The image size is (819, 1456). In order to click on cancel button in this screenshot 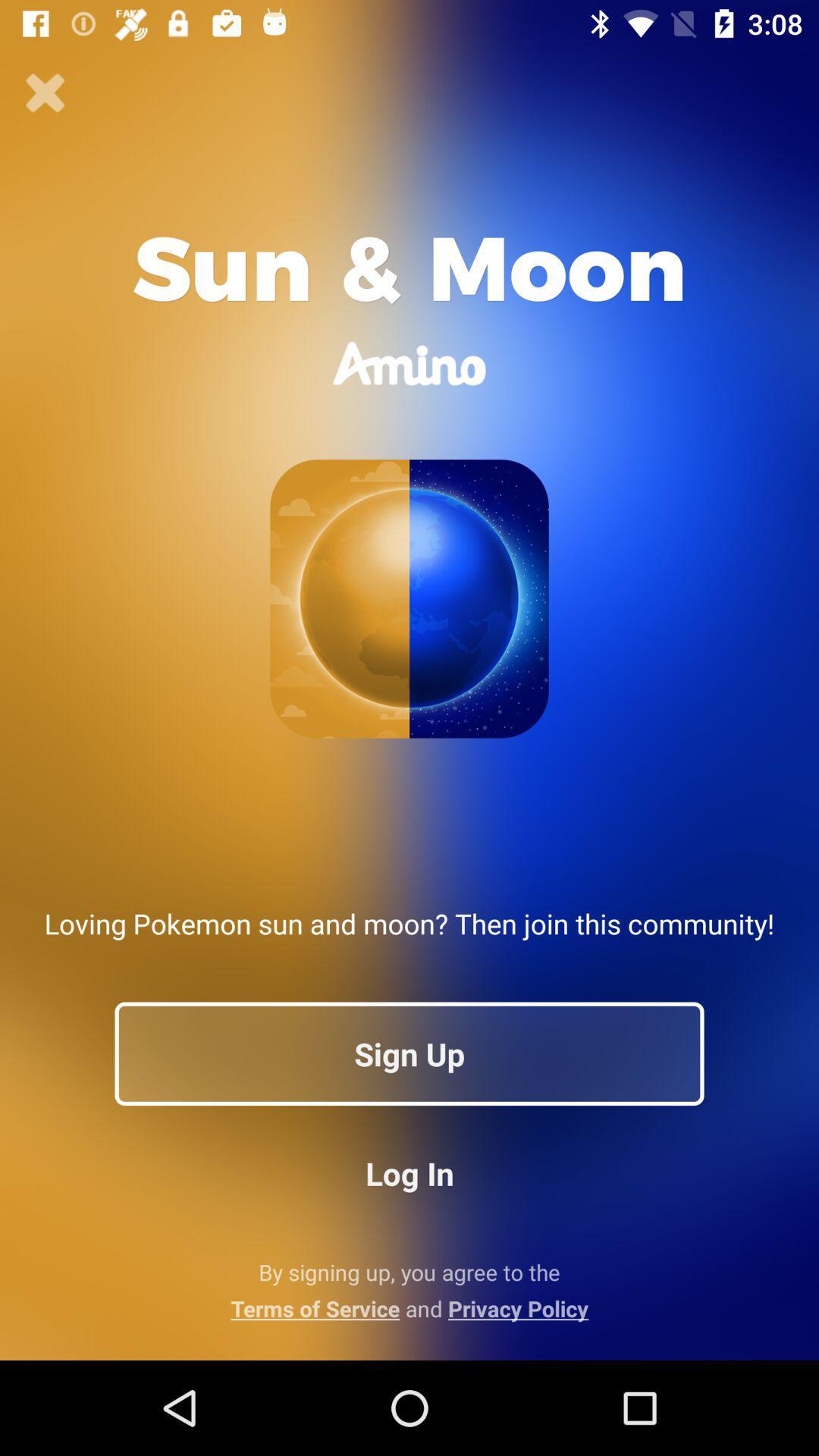, I will do `click(45, 93)`.